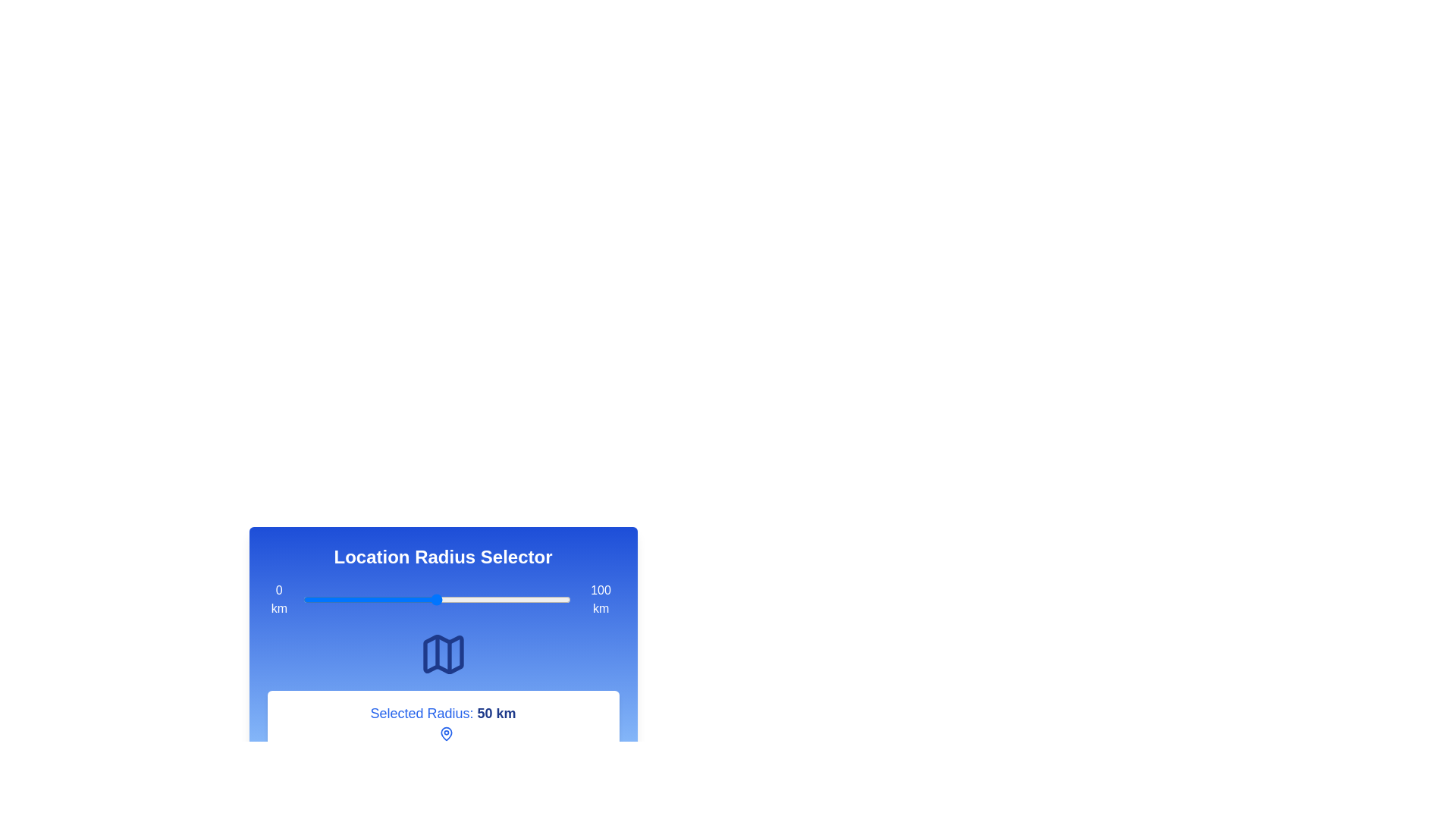  I want to click on the range slider to set the radius to 16 km, so click(345, 598).